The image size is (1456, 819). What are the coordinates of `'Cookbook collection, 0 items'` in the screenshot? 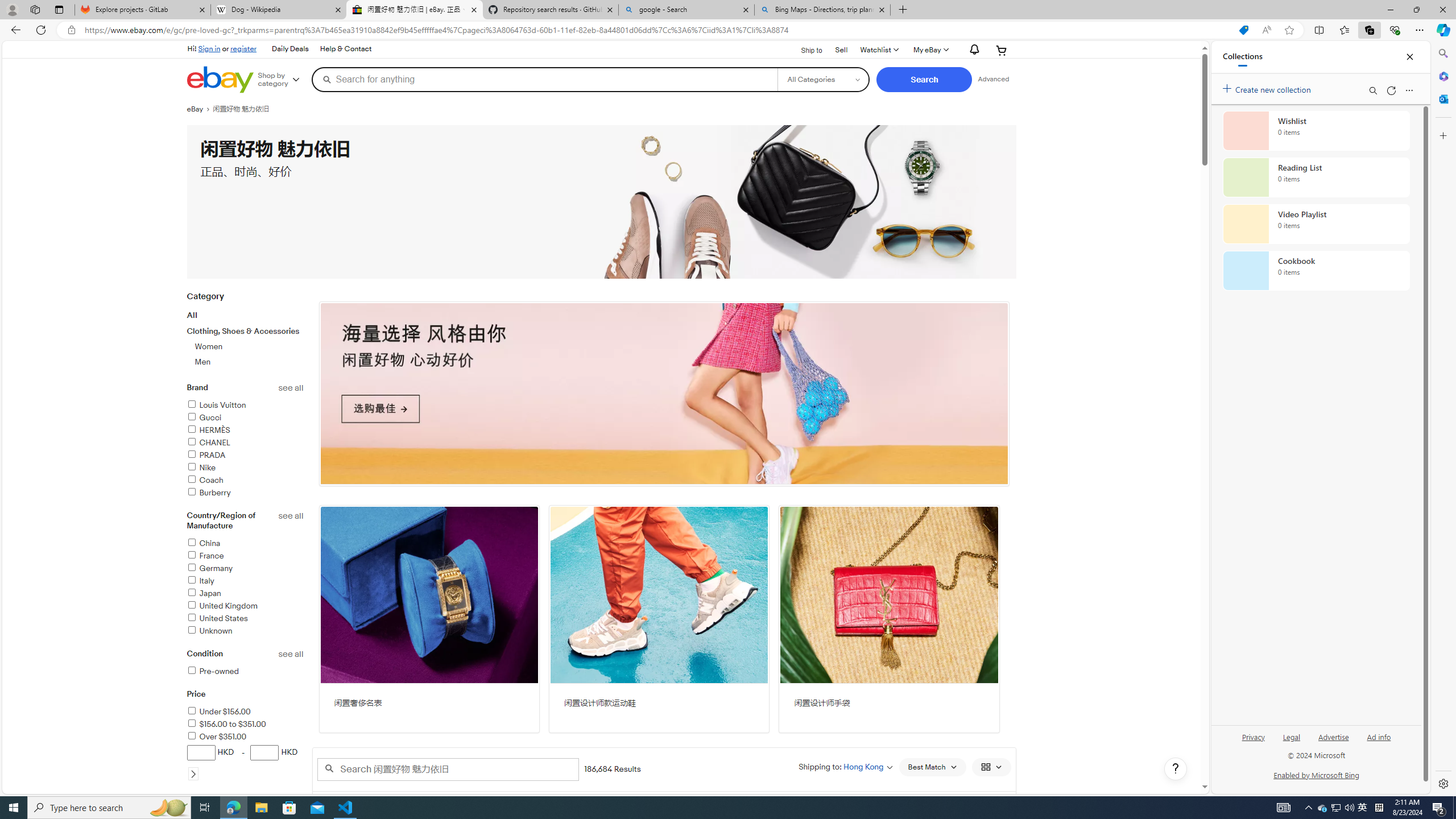 It's located at (1316, 270).